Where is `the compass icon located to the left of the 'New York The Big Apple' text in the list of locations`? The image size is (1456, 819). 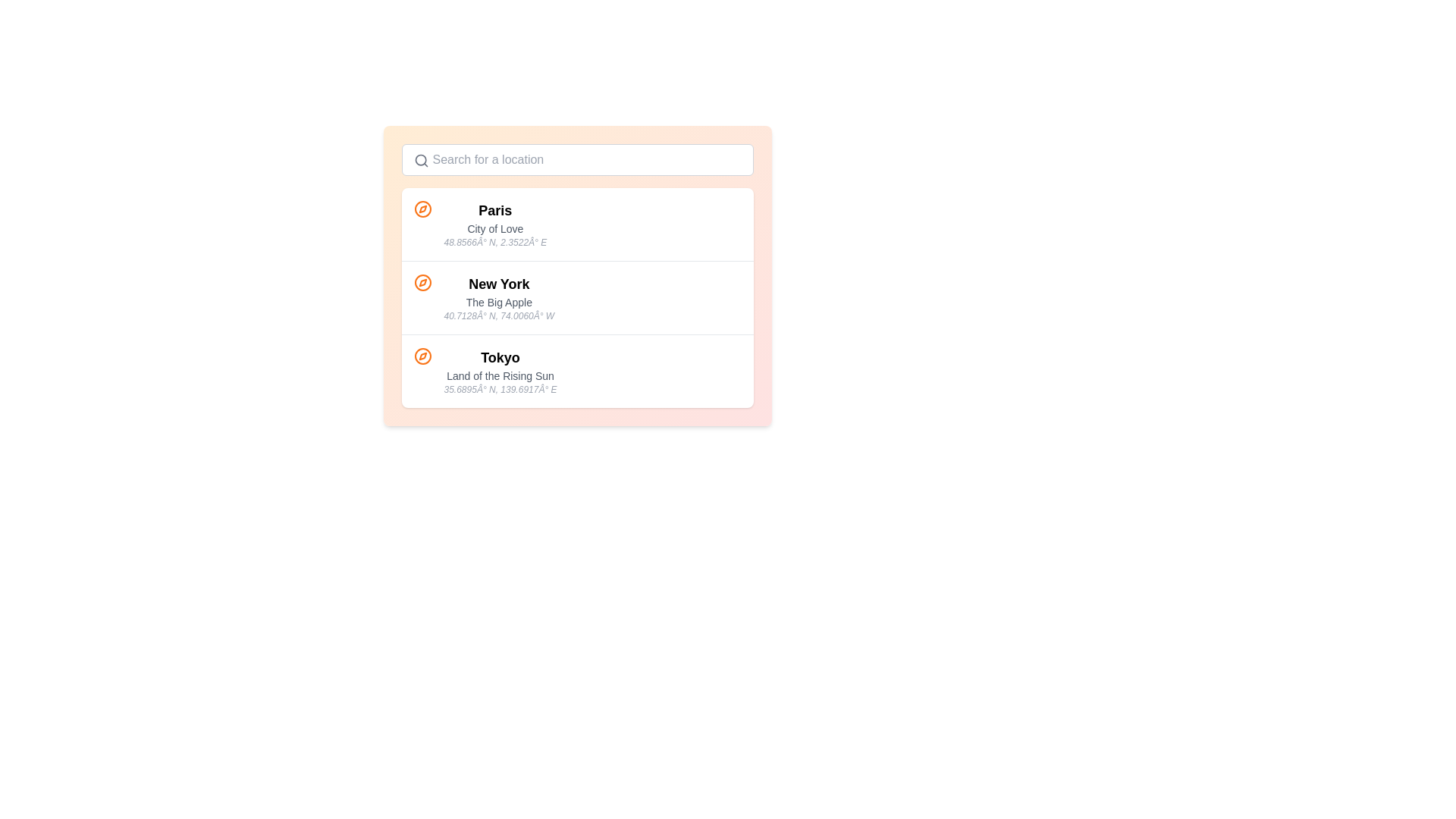
the compass icon located to the left of the 'New York The Big Apple' text in the list of locations is located at coordinates (422, 283).